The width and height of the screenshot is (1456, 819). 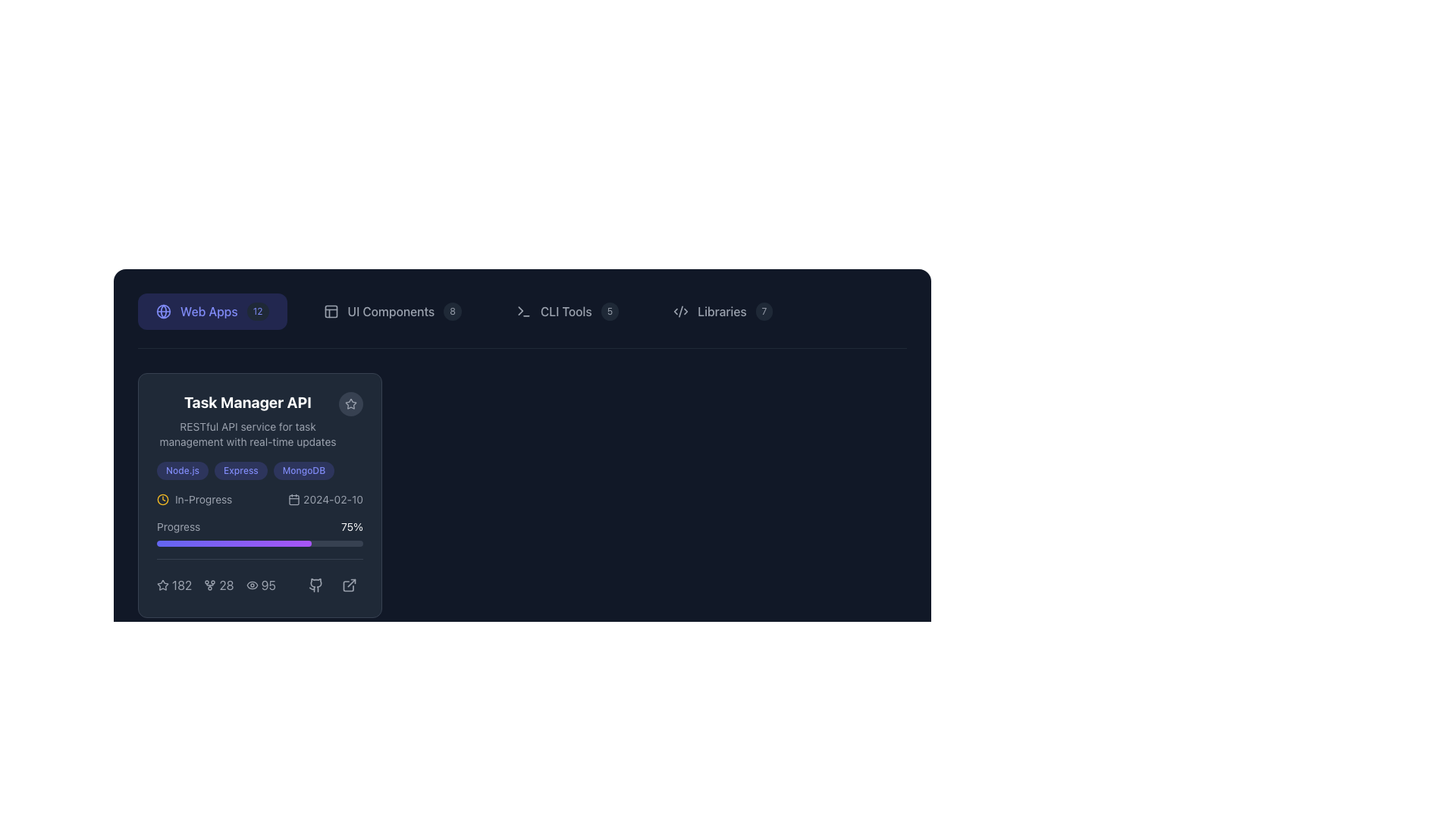 I want to click on the decorative icon next to the 'Libraries' menu item in the top navigation bar, so click(x=680, y=311).